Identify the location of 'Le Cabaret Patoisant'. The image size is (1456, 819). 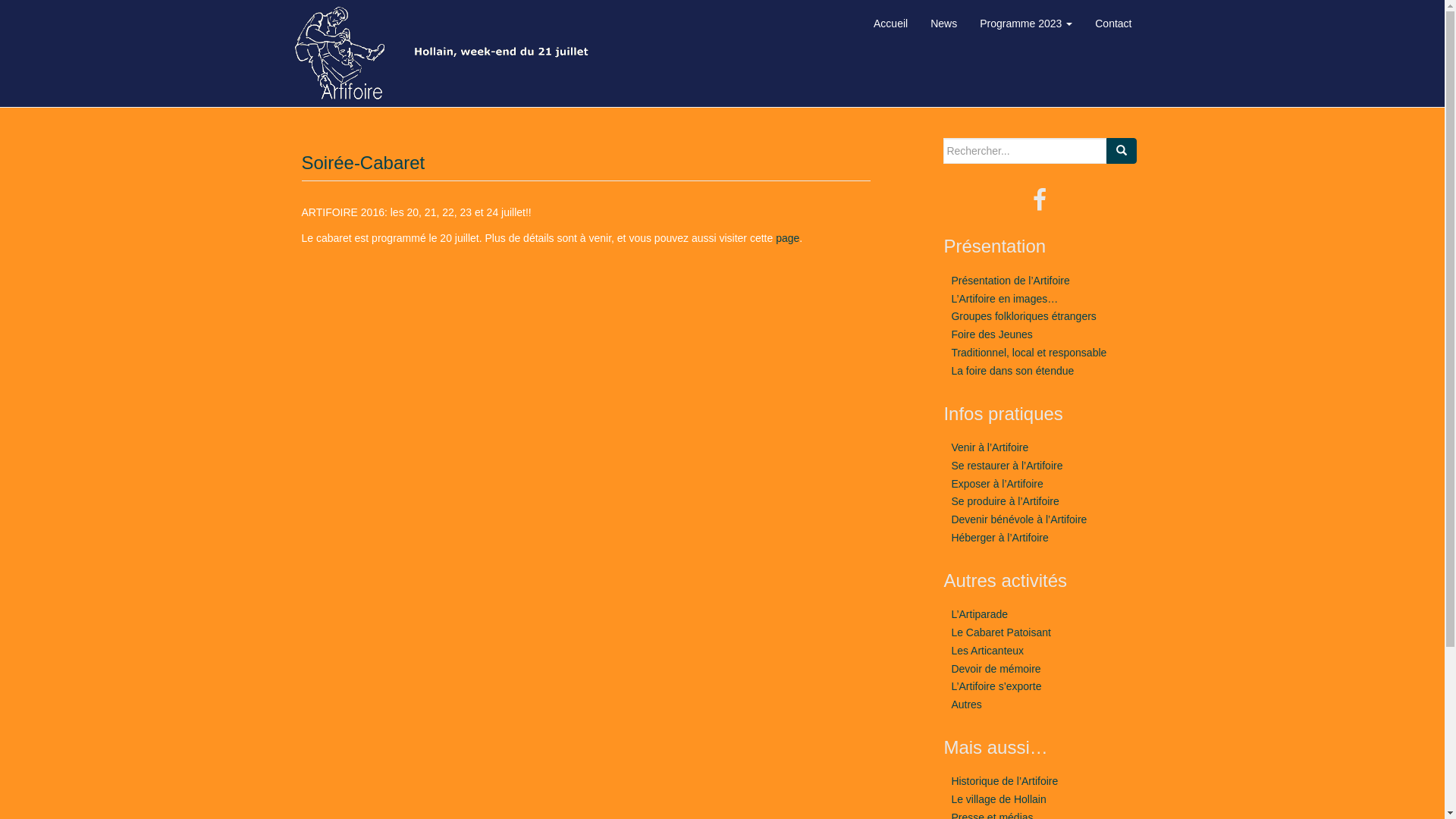
(1001, 632).